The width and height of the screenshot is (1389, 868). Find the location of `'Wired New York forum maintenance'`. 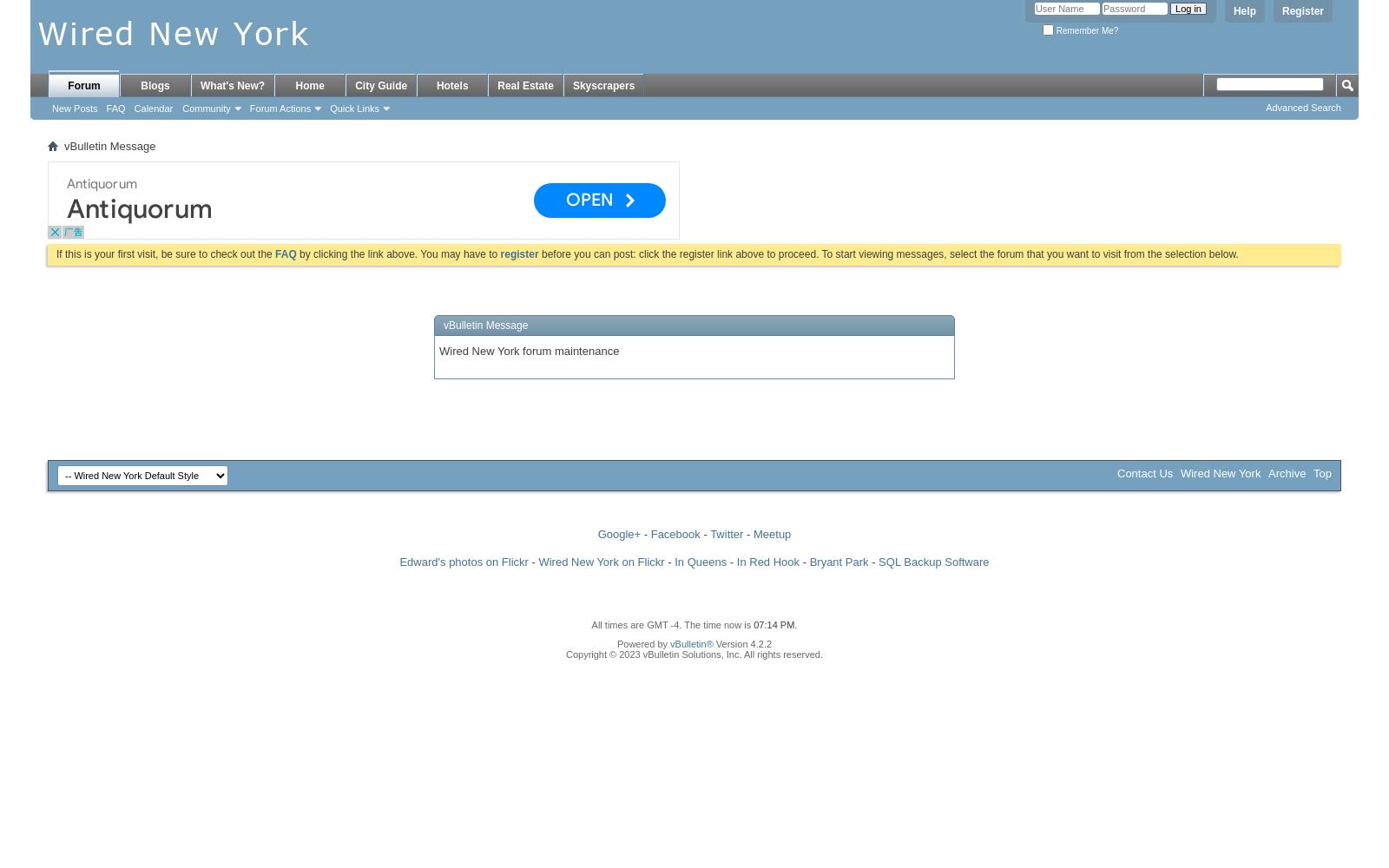

'Wired New York forum maintenance' is located at coordinates (529, 350).